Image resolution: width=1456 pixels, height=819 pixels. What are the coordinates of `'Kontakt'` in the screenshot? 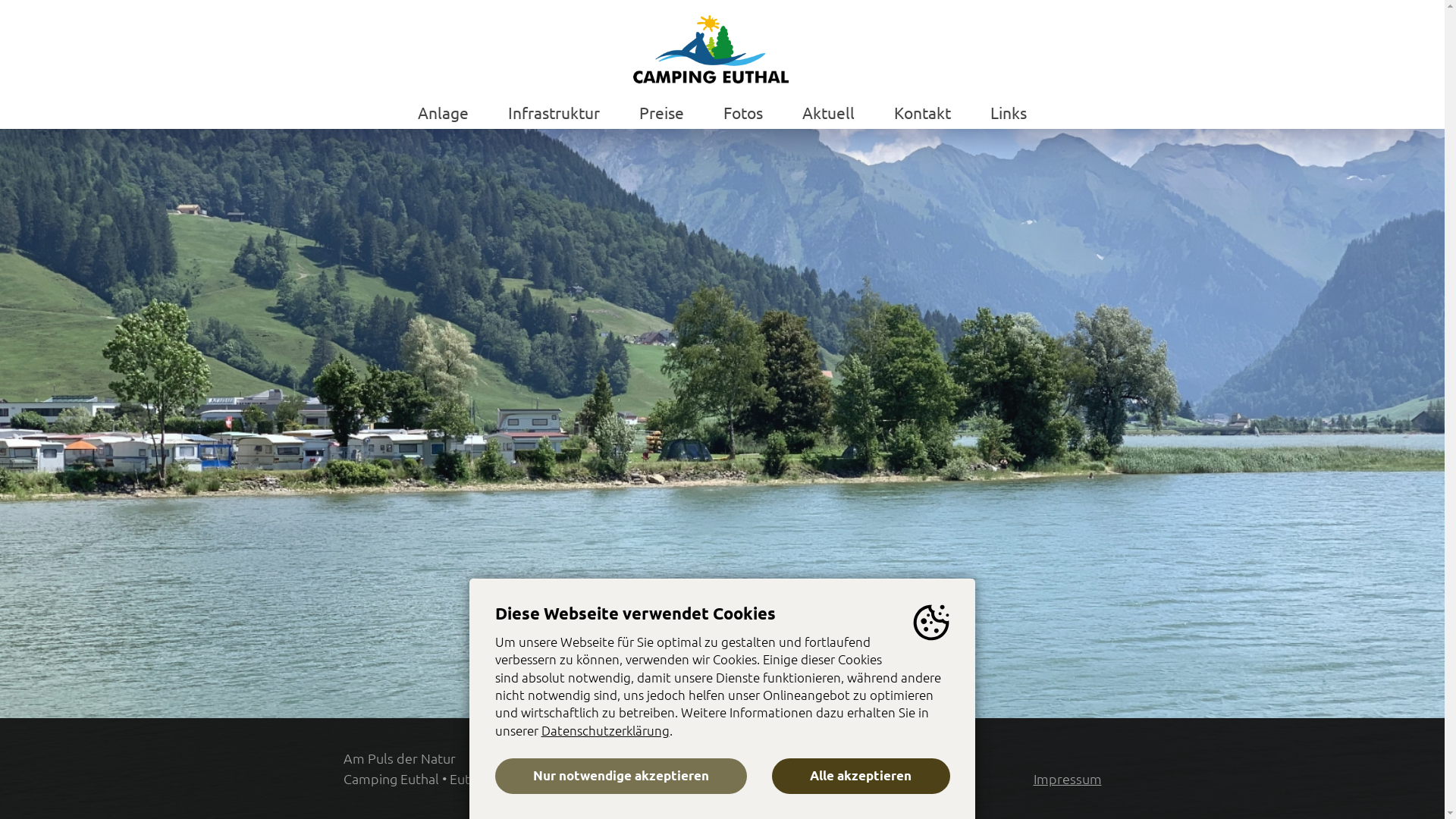 It's located at (921, 111).